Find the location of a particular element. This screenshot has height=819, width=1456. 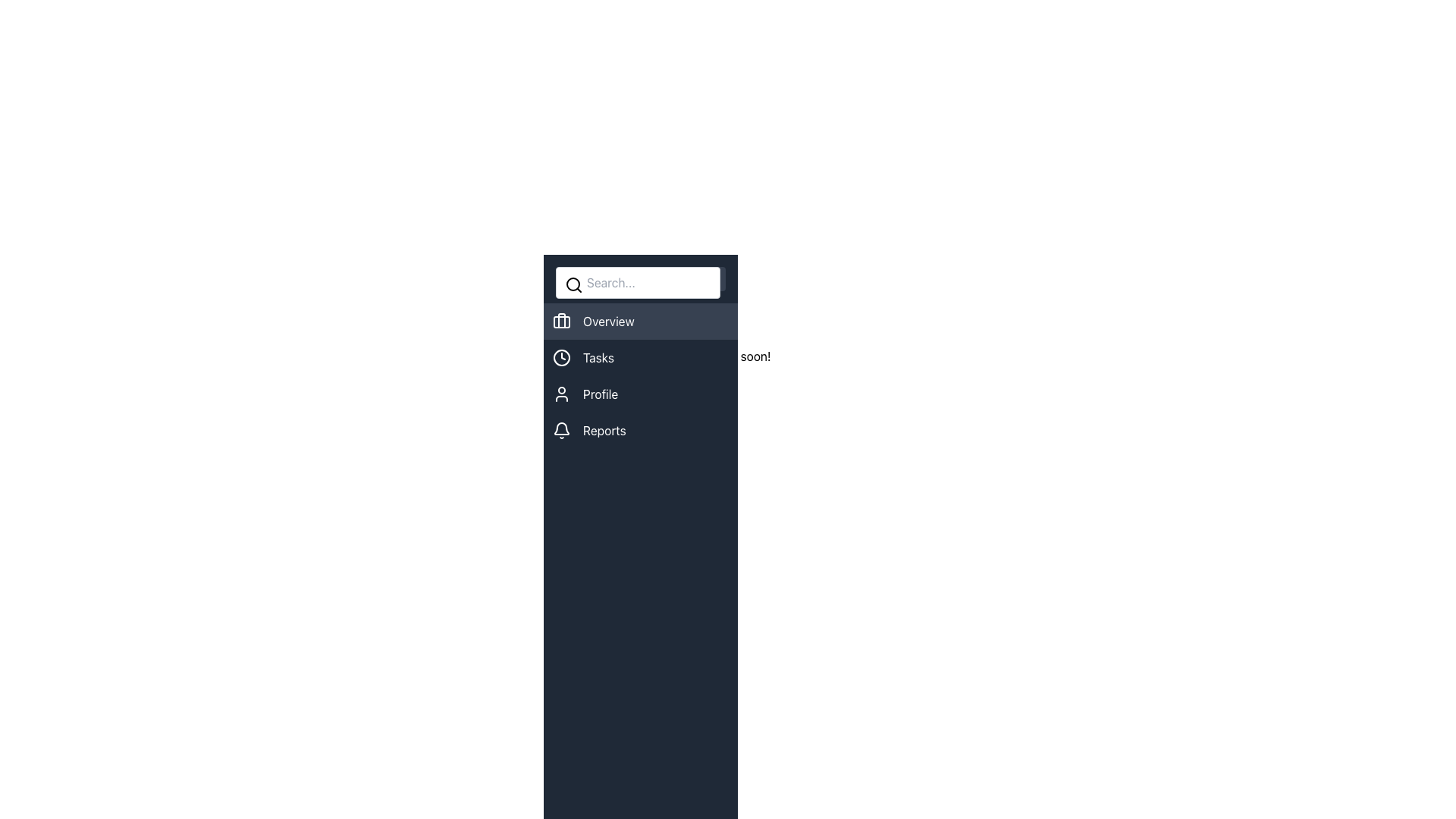

the 'Profile' button in the navigation sidebar is located at coordinates (640, 394).